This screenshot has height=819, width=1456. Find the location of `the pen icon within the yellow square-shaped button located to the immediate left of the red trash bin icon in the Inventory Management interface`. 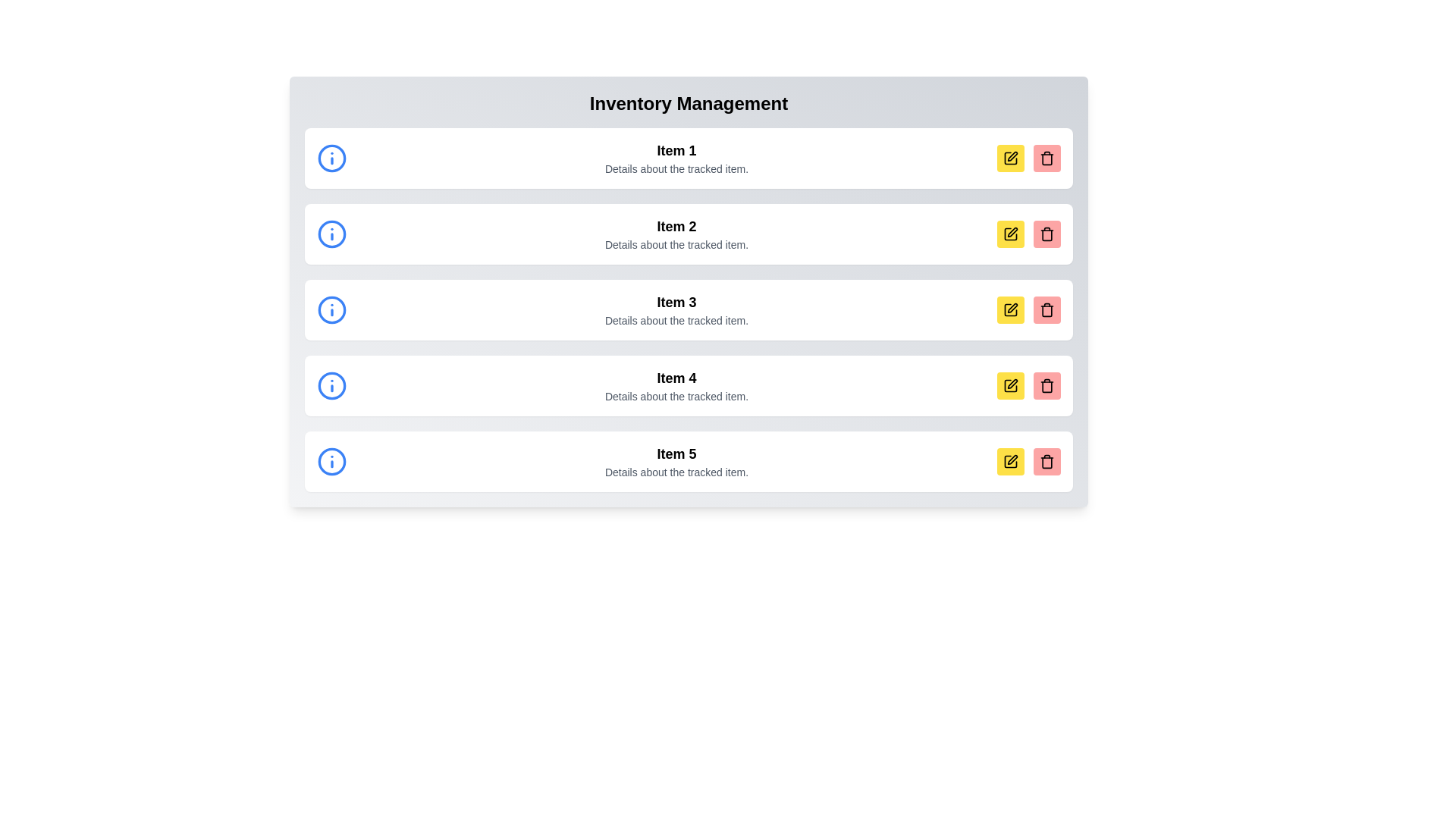

the pen icon within the yellow square-shaped button located to the immediate left of the red trash bin icon in the Inventory Management interface is located at coordinates (1012, 155).